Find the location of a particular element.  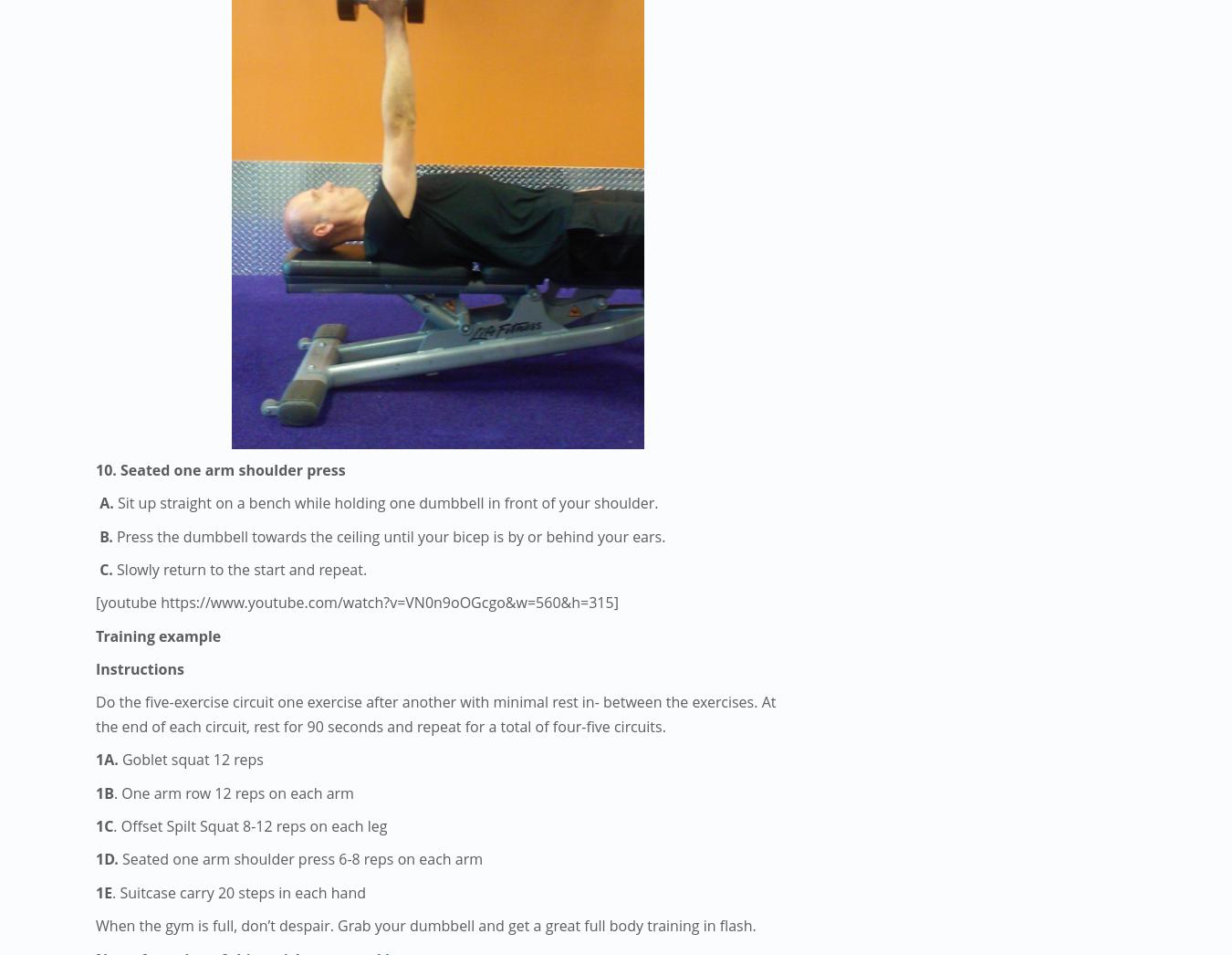

'1B' is located at coordinates (95, 791).